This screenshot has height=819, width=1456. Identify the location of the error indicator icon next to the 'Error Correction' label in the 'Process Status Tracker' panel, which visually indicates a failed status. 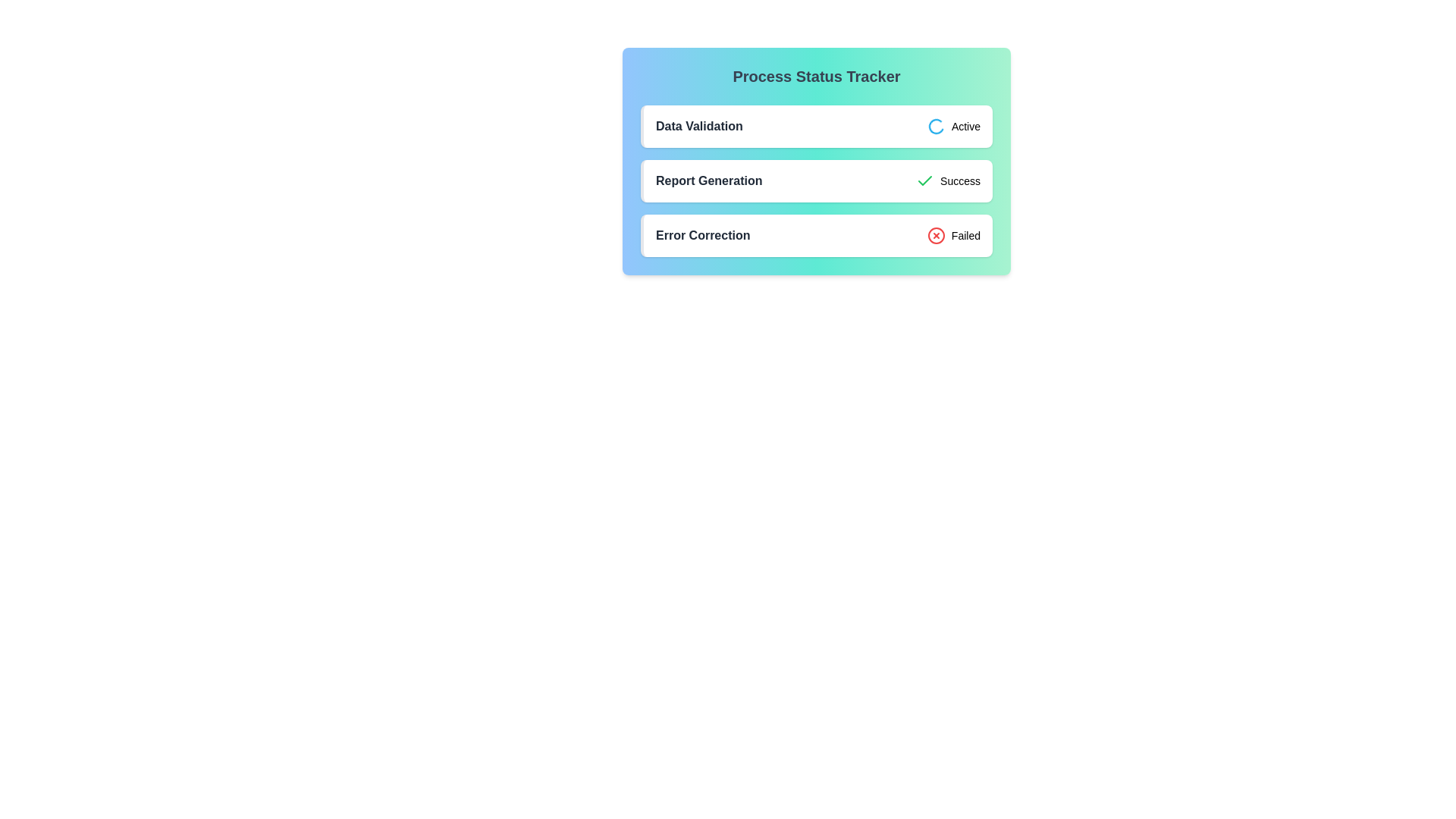
(935, 236).